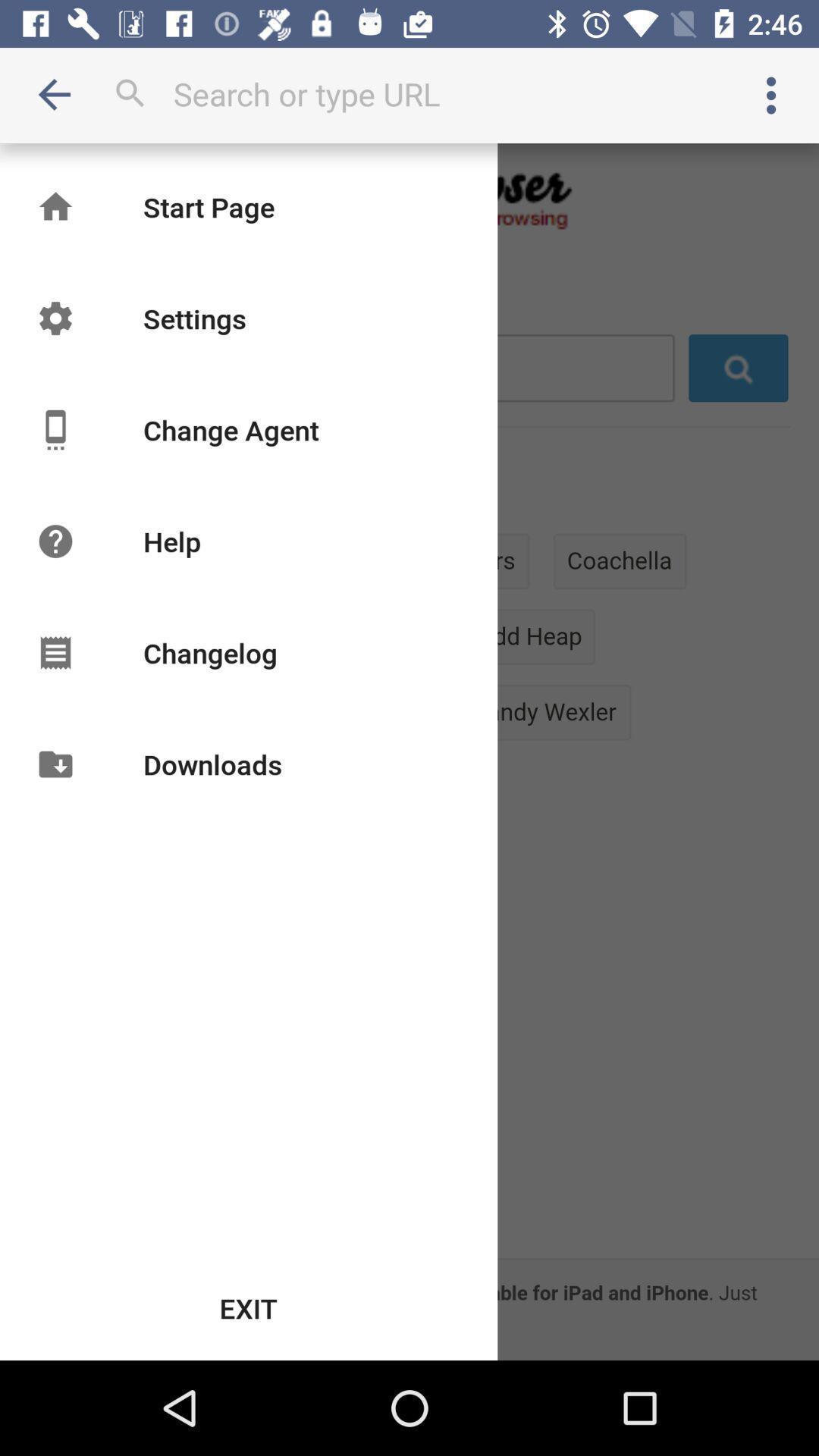 The image size is (819, 1456). What do you see at coordinates (171, 541) in the screenshot?
I see `icon below change agent item` at bounding box center [171, 541].